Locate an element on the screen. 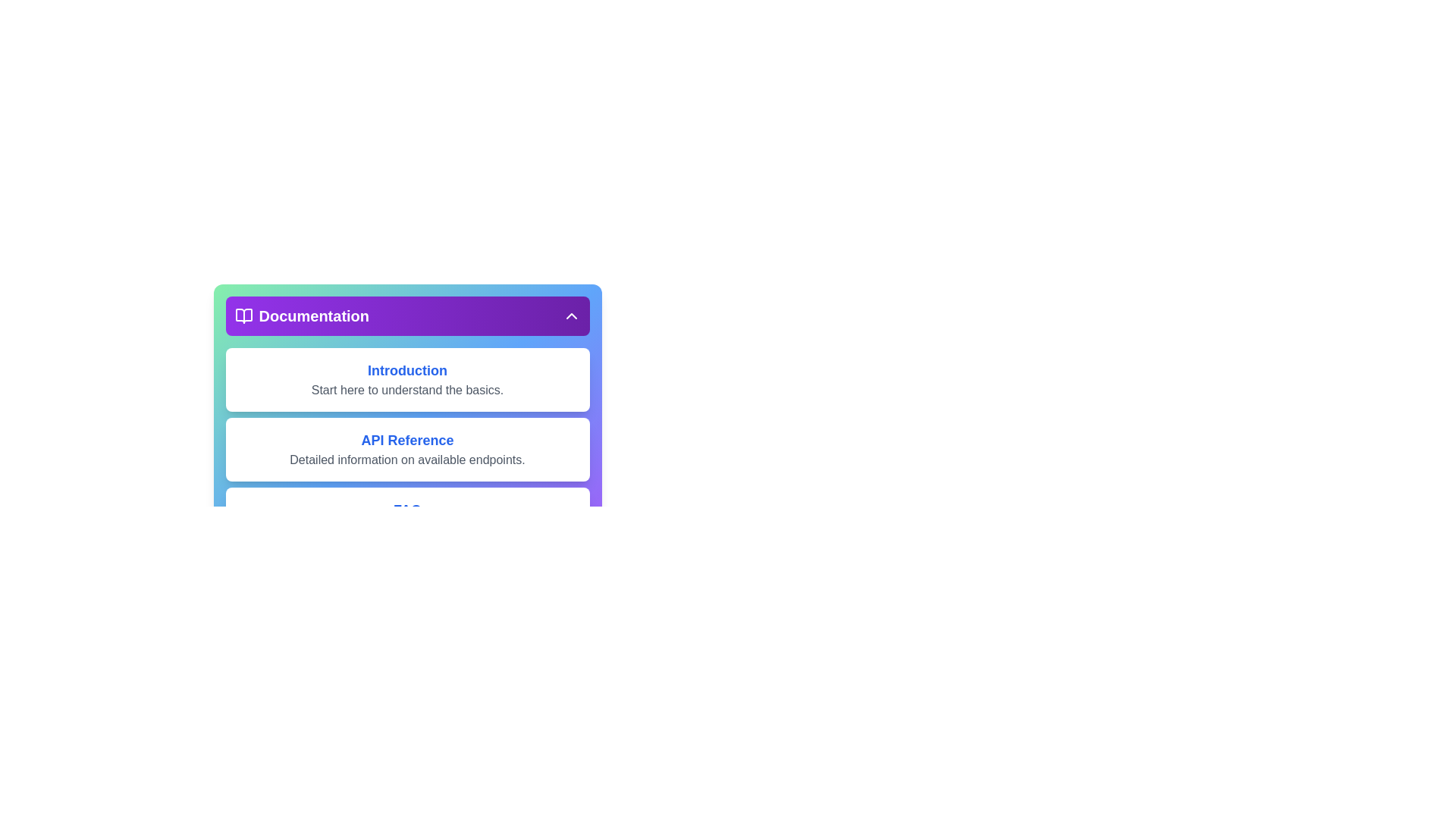 The image size is (1456, 819). the documentation section Introduction to view its details is located at coordinates (407, 379).